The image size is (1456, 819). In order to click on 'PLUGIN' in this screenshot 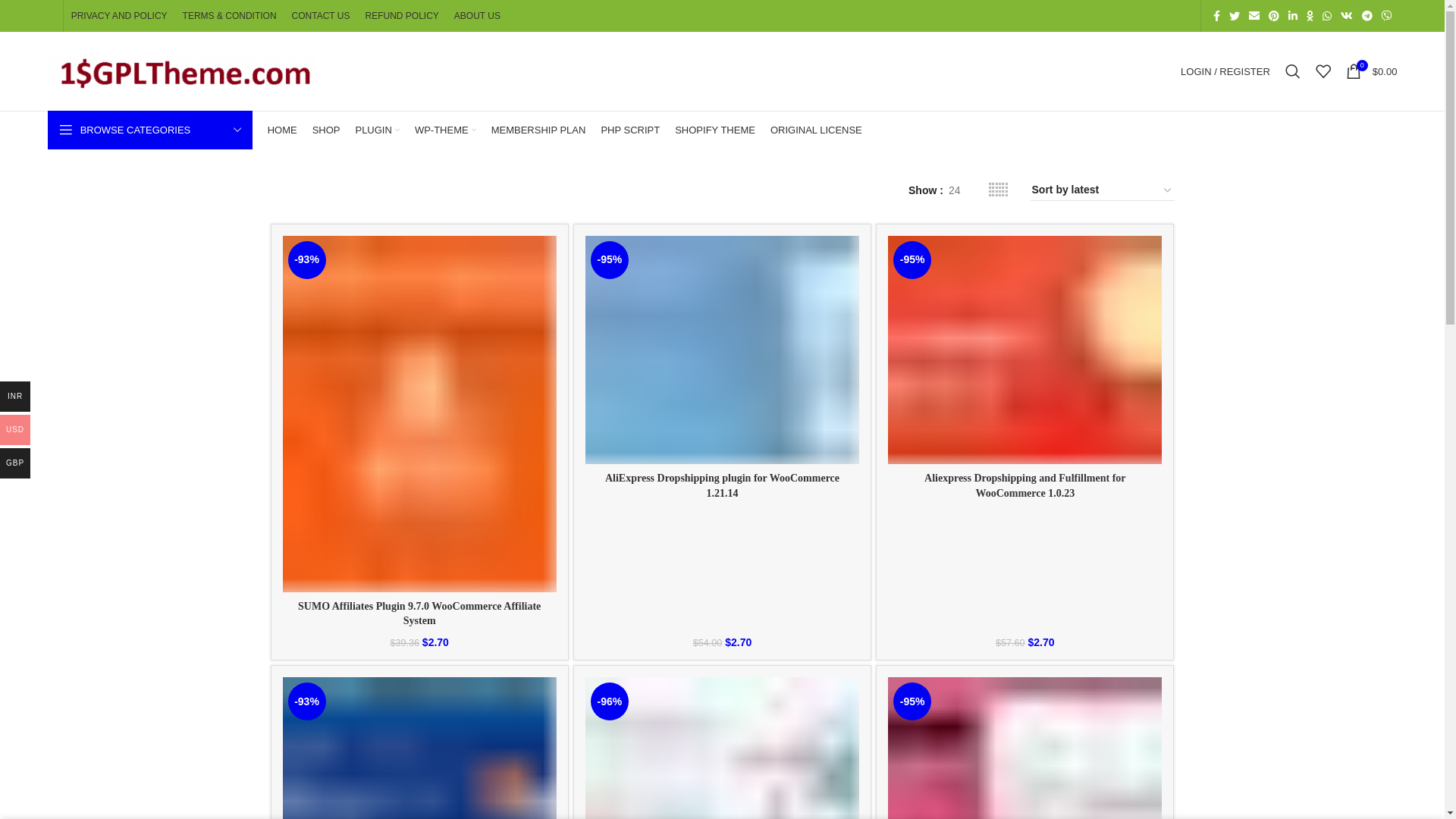, I will do `click(377, 130)`.